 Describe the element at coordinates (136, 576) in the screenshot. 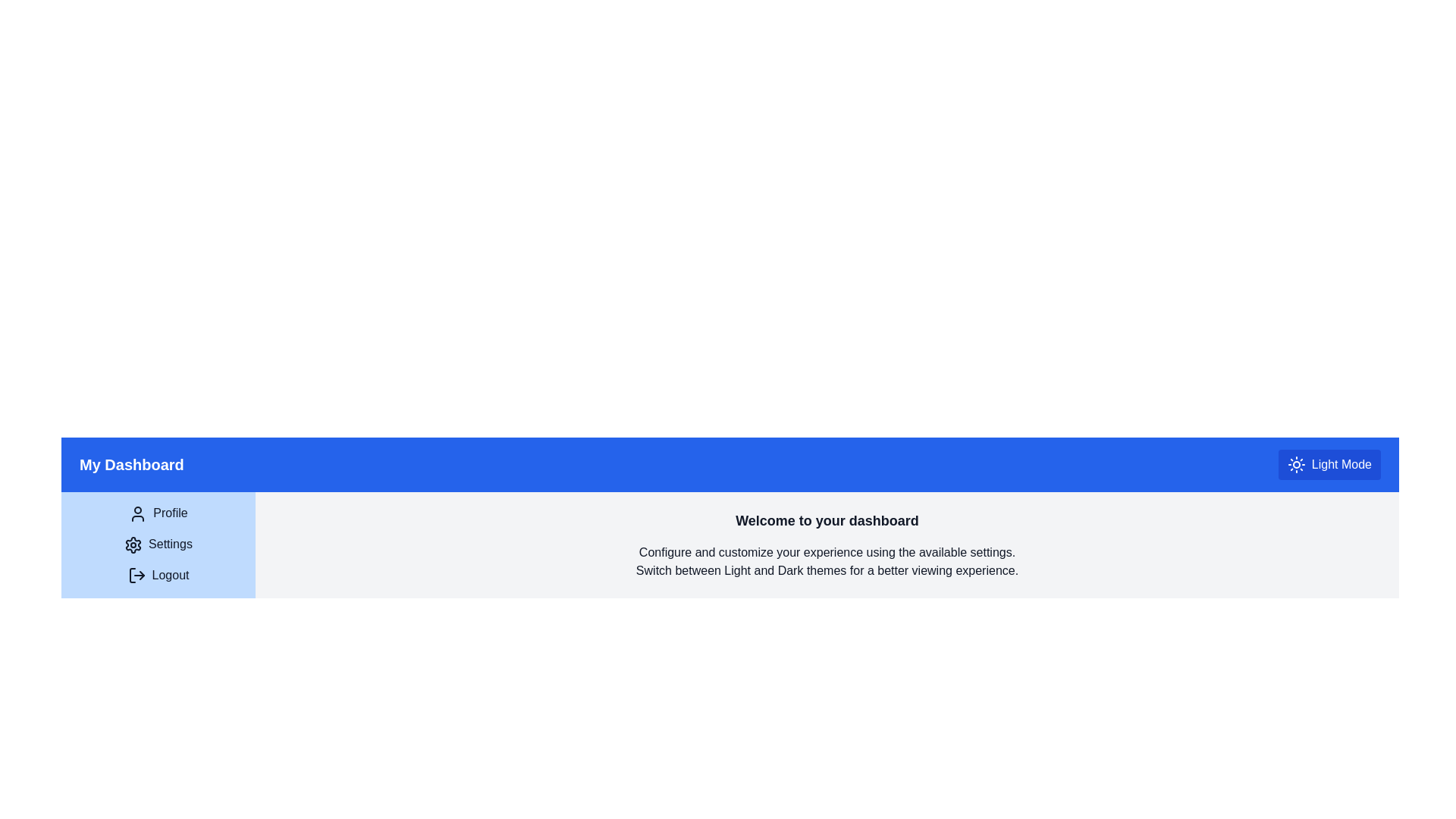

I see `the logout icon located to the left of the 'Logout' text in the left sidebar navigation menu to use it as a visual indicator for logout functionality` at that location.